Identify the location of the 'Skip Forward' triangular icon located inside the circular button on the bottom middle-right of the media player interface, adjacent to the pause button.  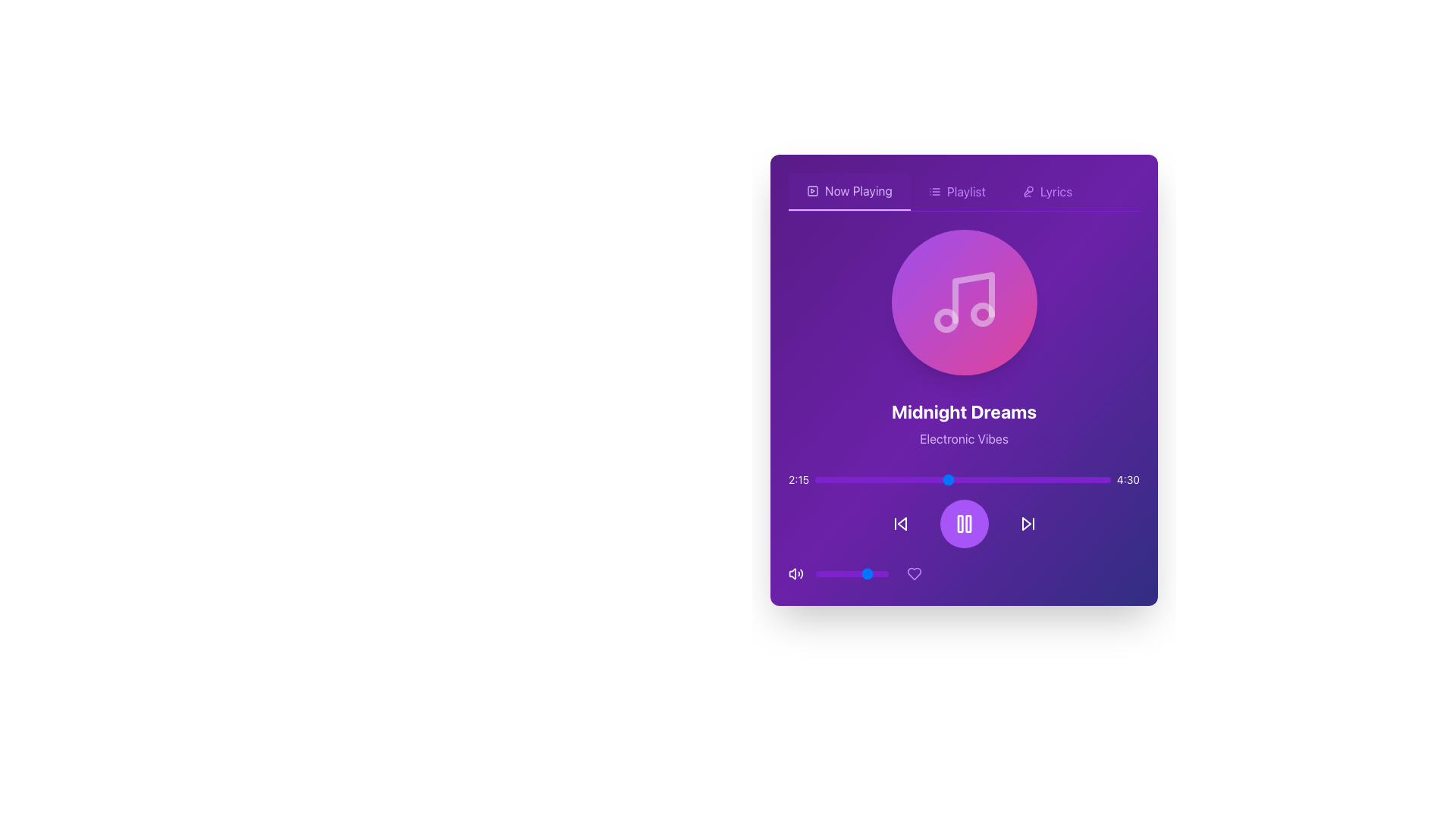
(1026, 522).